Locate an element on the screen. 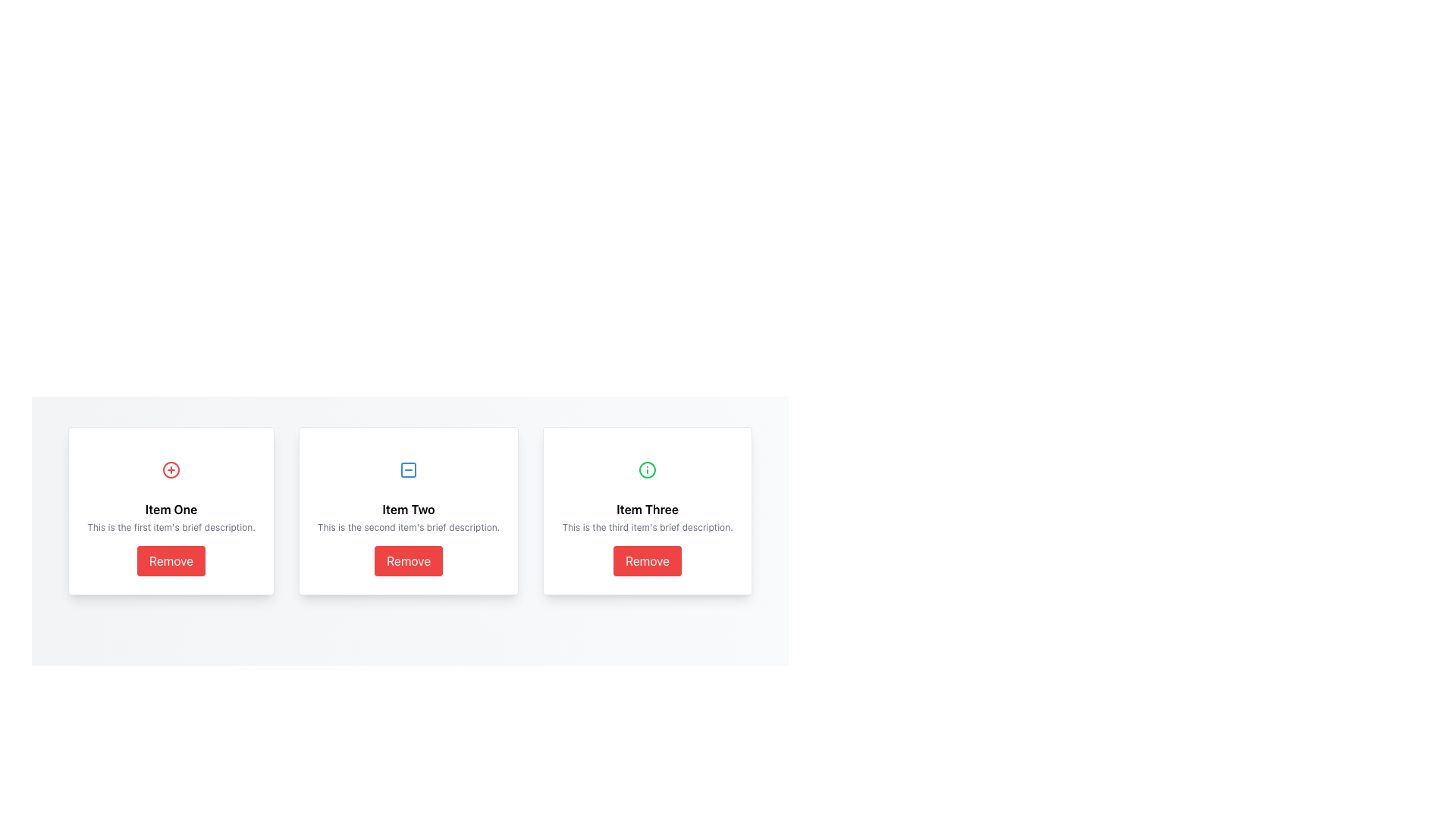 Image resolution: width=1456 pixels, height=819 pixels. the square icon with a bold blue outline and a minus sign inside, located centrally within the 'Item Two' card is located at coordinates (409, 469).